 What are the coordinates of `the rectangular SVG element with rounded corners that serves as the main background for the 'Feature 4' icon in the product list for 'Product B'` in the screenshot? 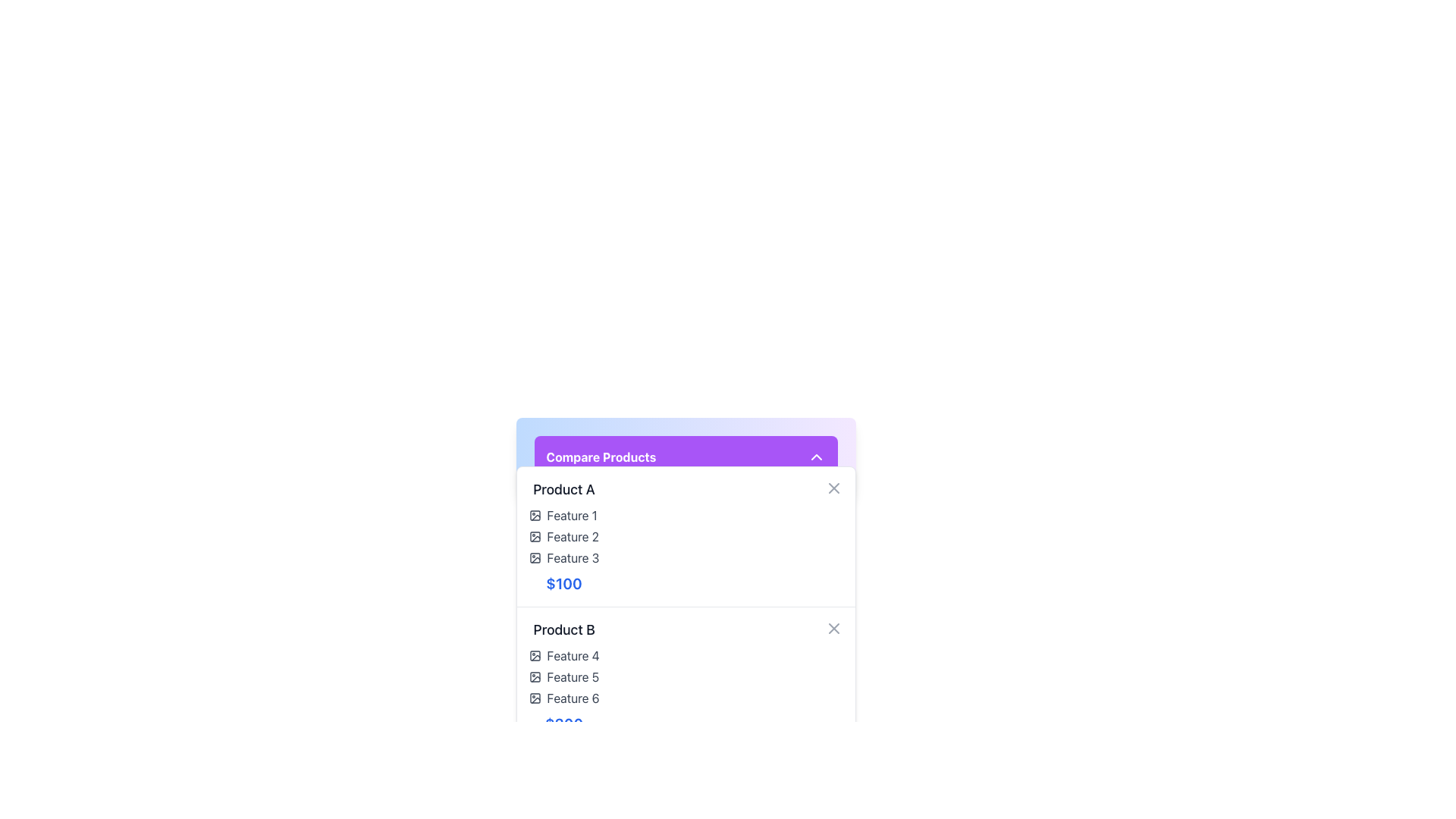 It's located at (535, 654).